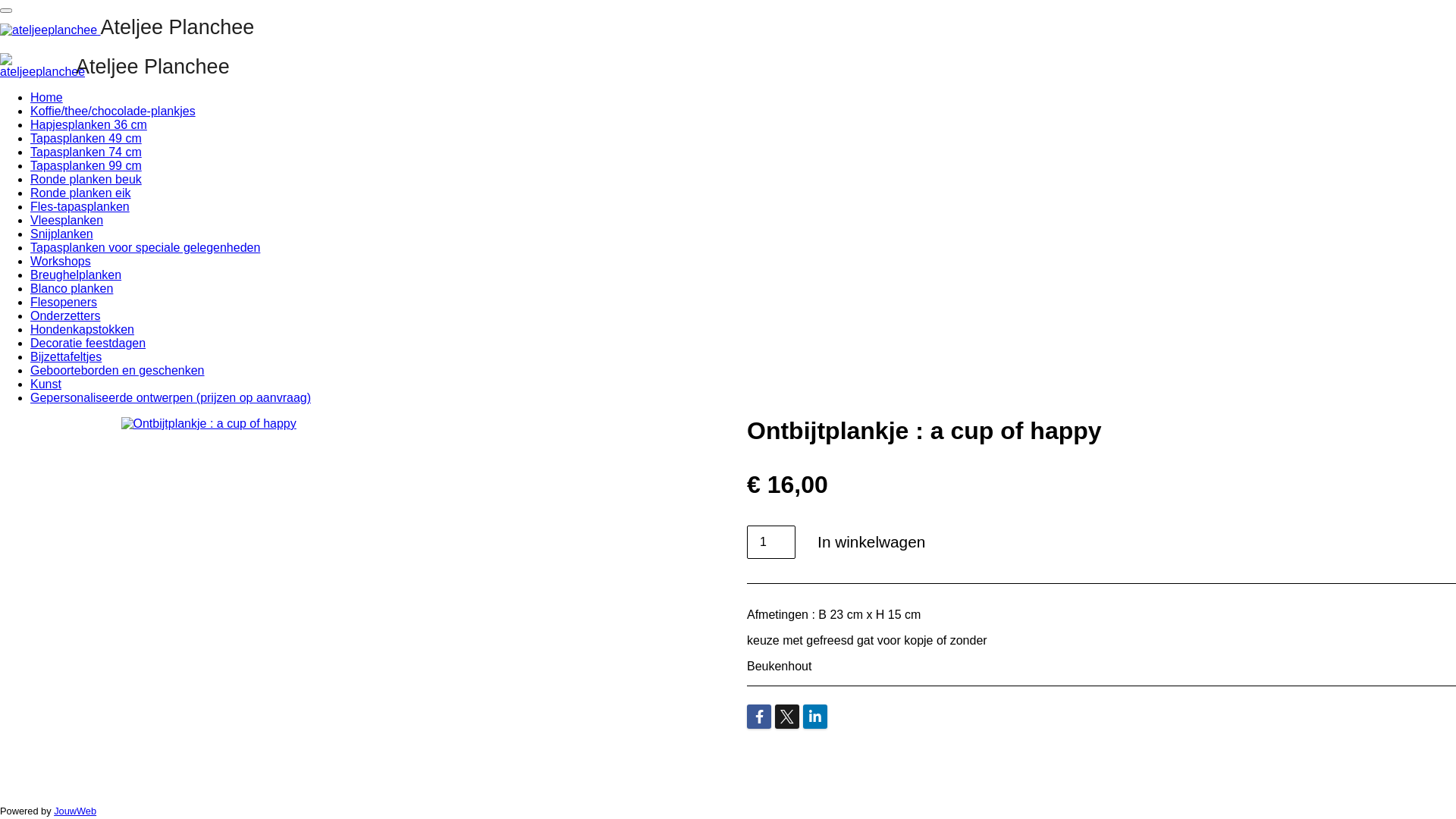 Image resolution: width=1456 pixels, height=819 pixels. I want to click on 'Home', so click(46, 97).